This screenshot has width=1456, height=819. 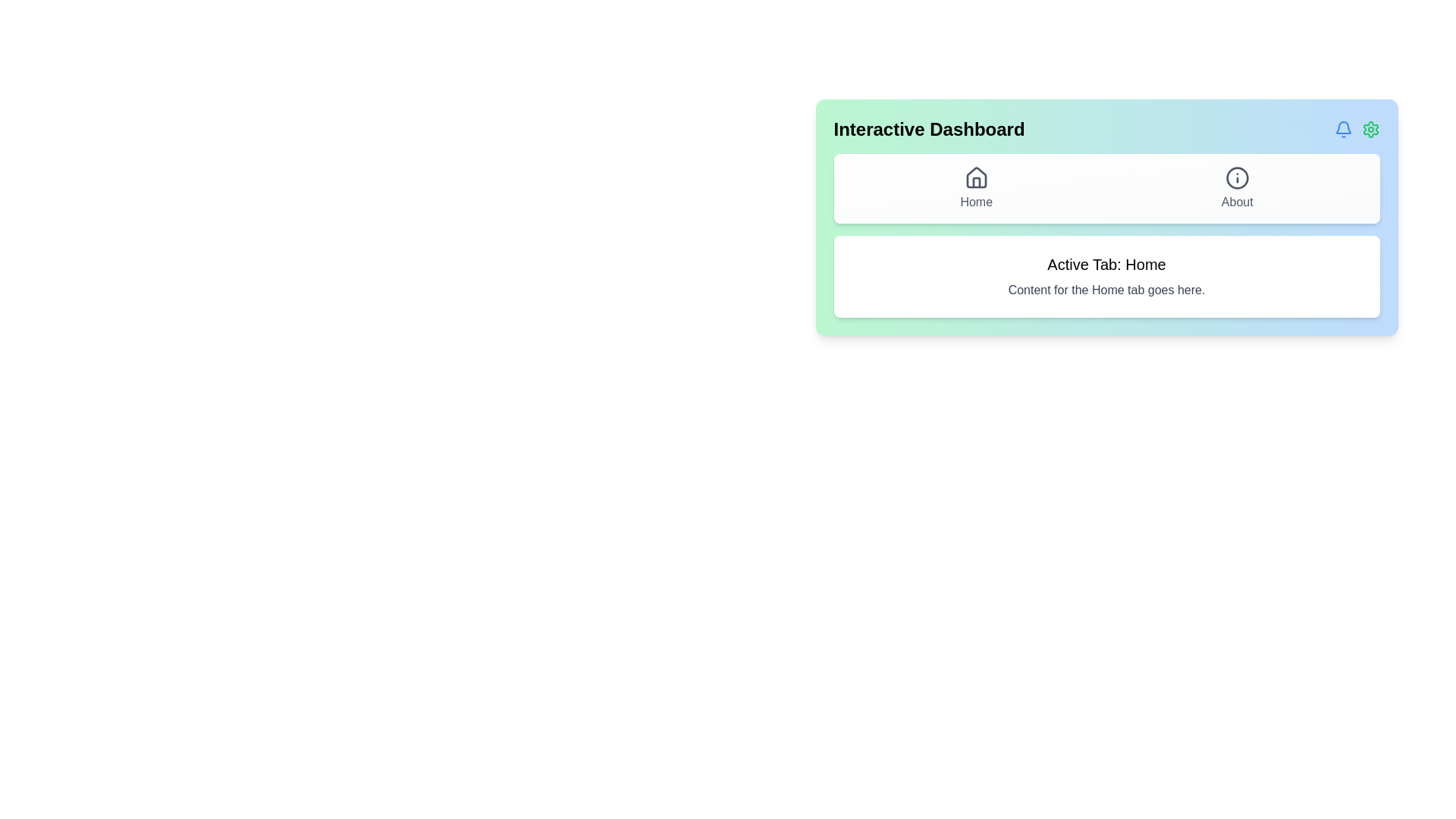 I want to click on the 'Interactive Dashboard' text label, which is displayed in a bold, large sans-serif font at the top-left corner of the header interface, so click(x=928, y=128).